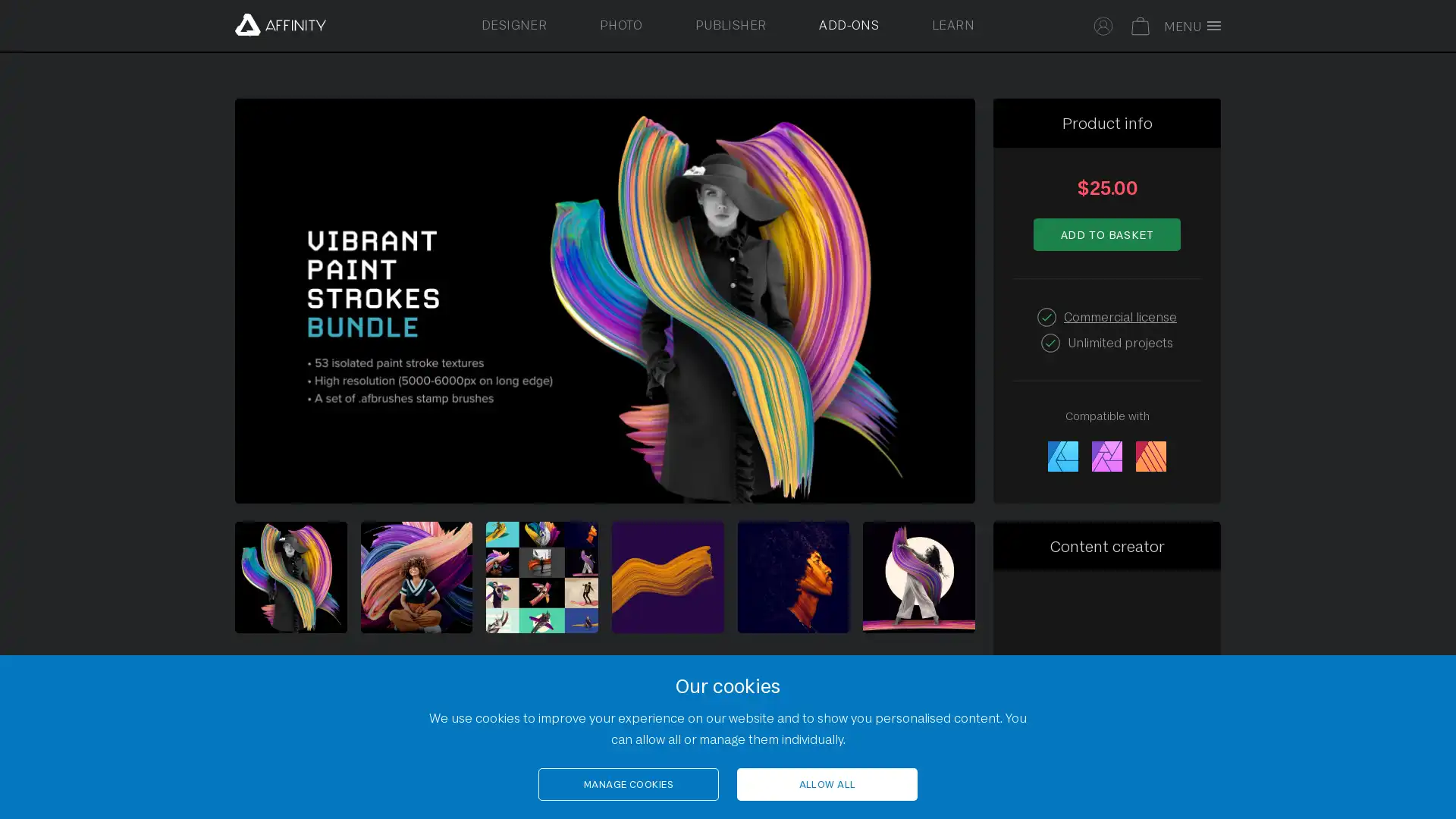 This screenshot has width=1456, height=819. What do you see at coordinates (1106, 234) in the screenshot?
I see `Add to basket` at bounding box center [1106, 234].